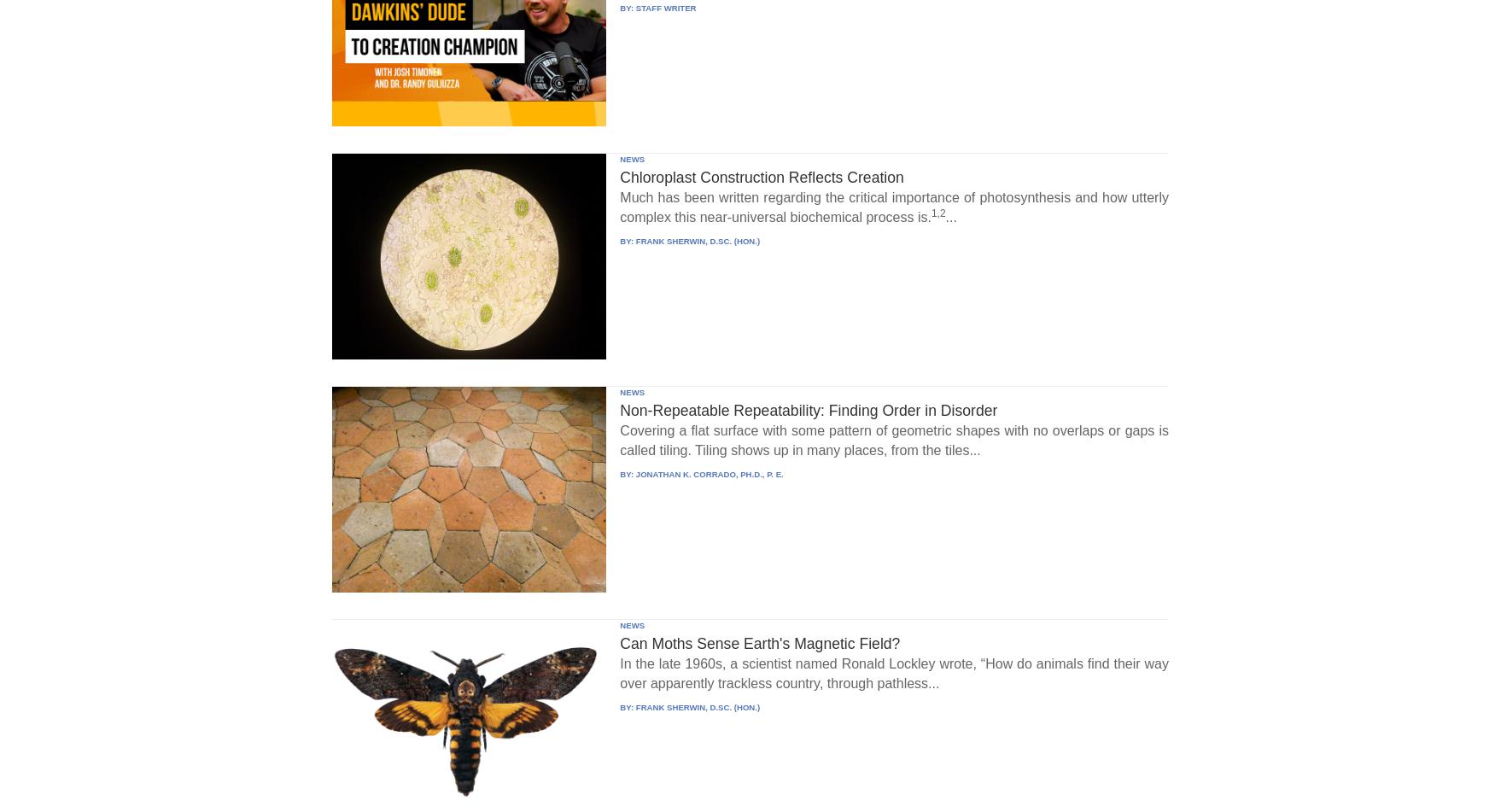  I want to click on 'Chloroplast Construction Reflects Creation', so click(762, 177).